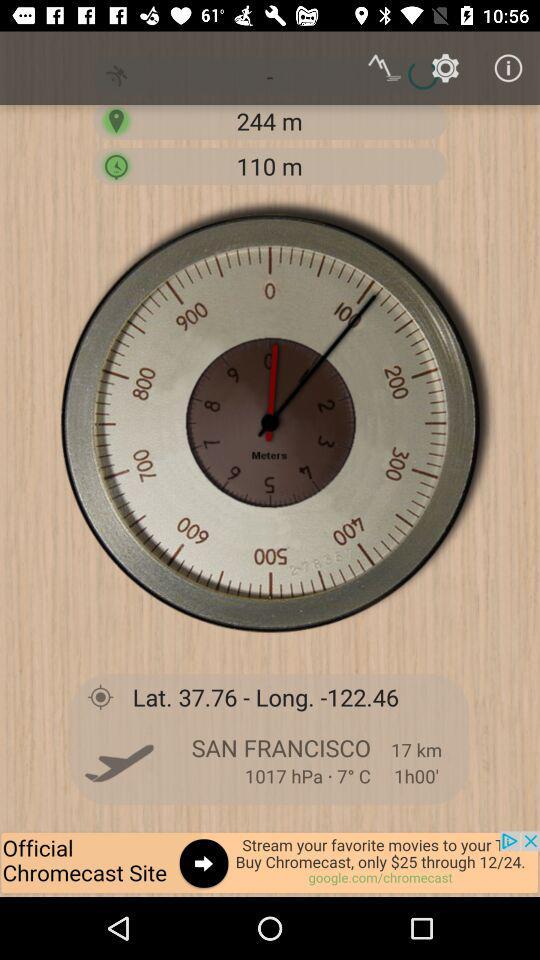  What do you see at coordinates (270, 422) in the screenshot?
I see `the label shown below 110 m` at bounding box center [270, 422].